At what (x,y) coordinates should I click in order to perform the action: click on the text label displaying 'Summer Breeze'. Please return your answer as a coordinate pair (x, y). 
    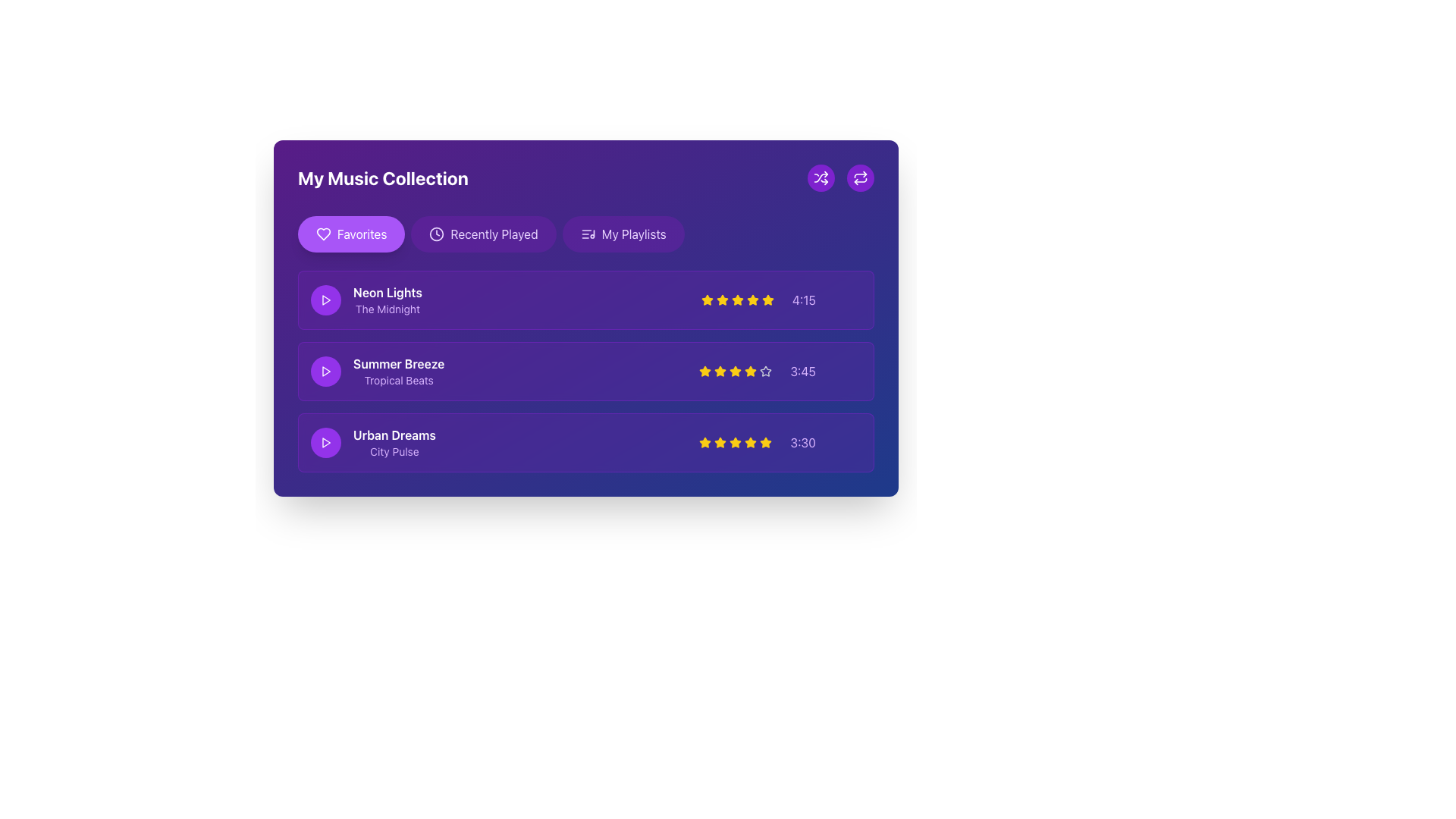
    Looking at the image, I should click on (399, 363).